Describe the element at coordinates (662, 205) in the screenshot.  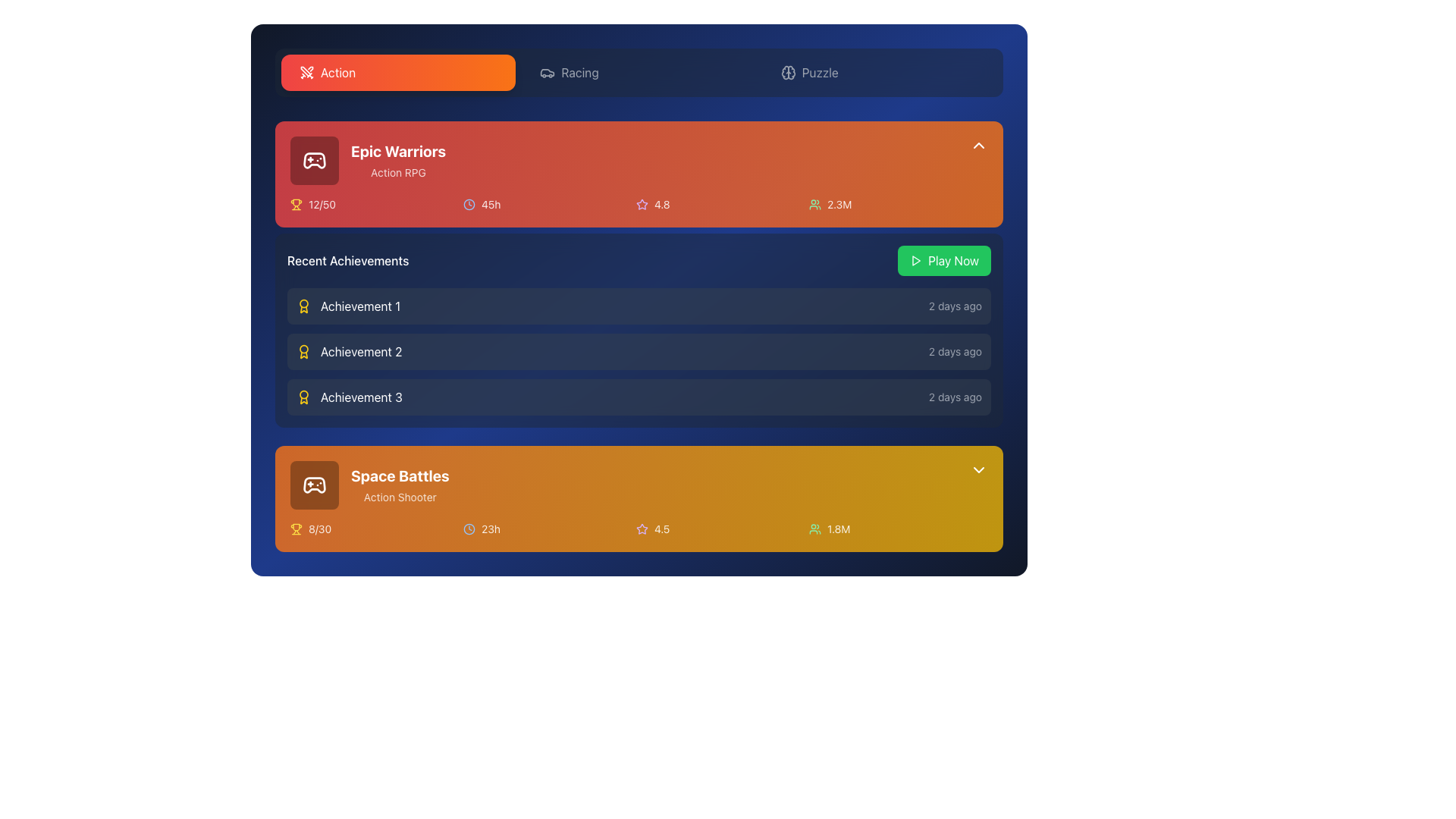
I see `the numeric text label '4.8' which is styled with a white color on a red or orange gradient background, aligned next to a star icon in the top orange card section denoting 'Epic Warriors'` at that location.